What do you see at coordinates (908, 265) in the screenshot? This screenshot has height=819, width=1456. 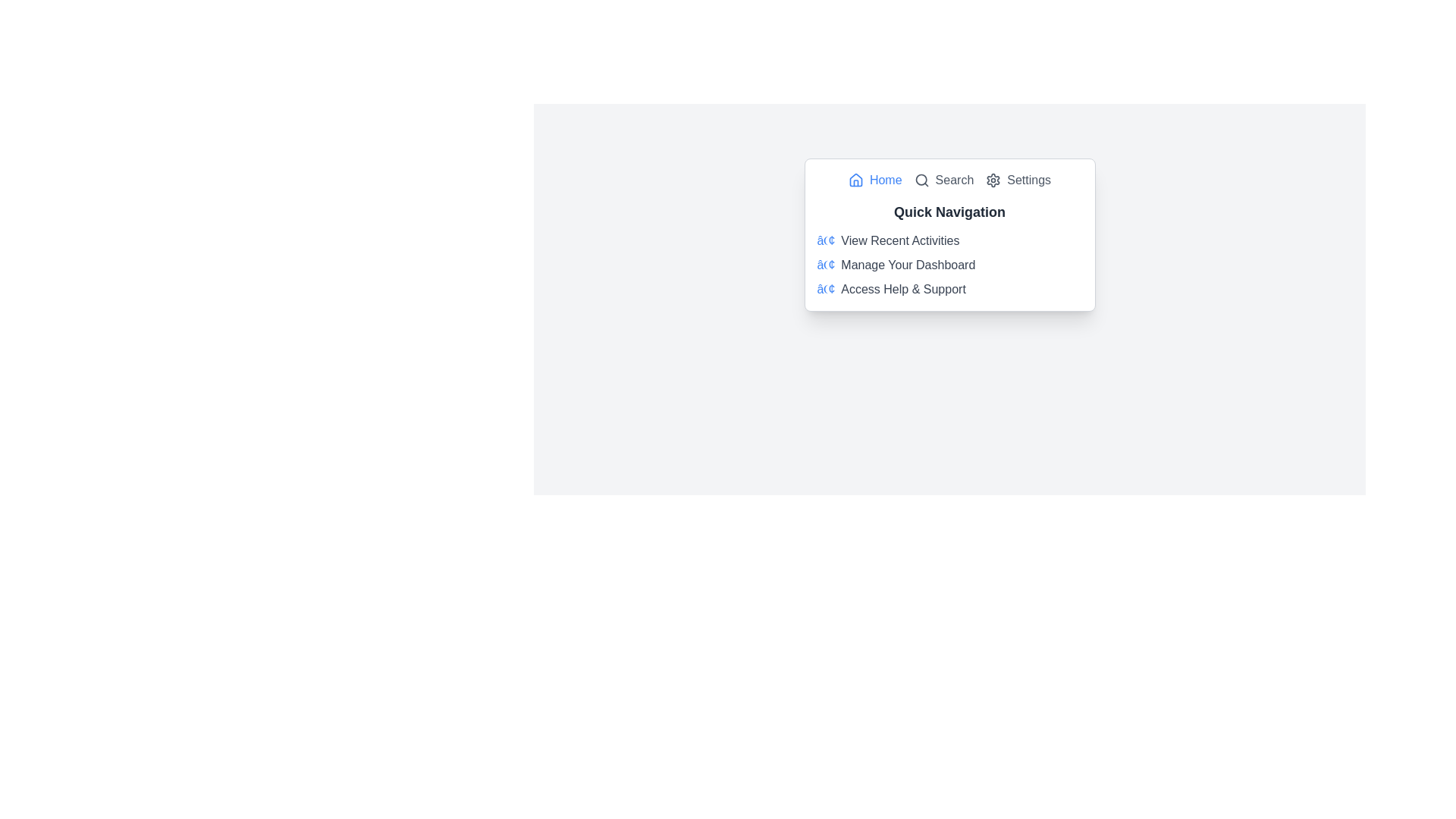 I see `the navigation Text Label located in the second entry of the 'Quick Navigation' dropdown menu to manage the dashboard` at bounding box center [908, 265].